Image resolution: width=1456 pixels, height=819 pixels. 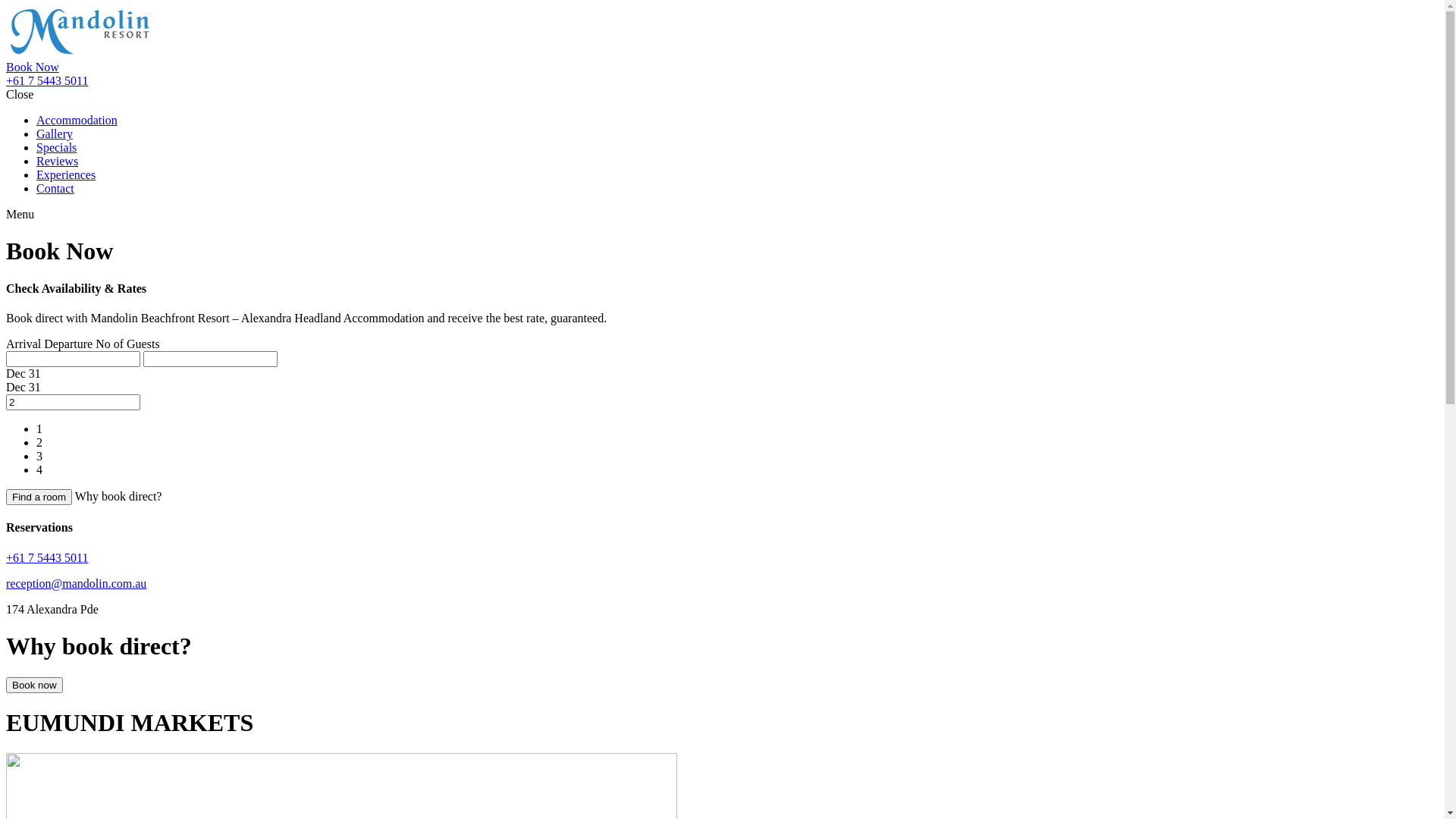 I want to click on 'reception@mandolin.com.au', so click(x=75, y=582).